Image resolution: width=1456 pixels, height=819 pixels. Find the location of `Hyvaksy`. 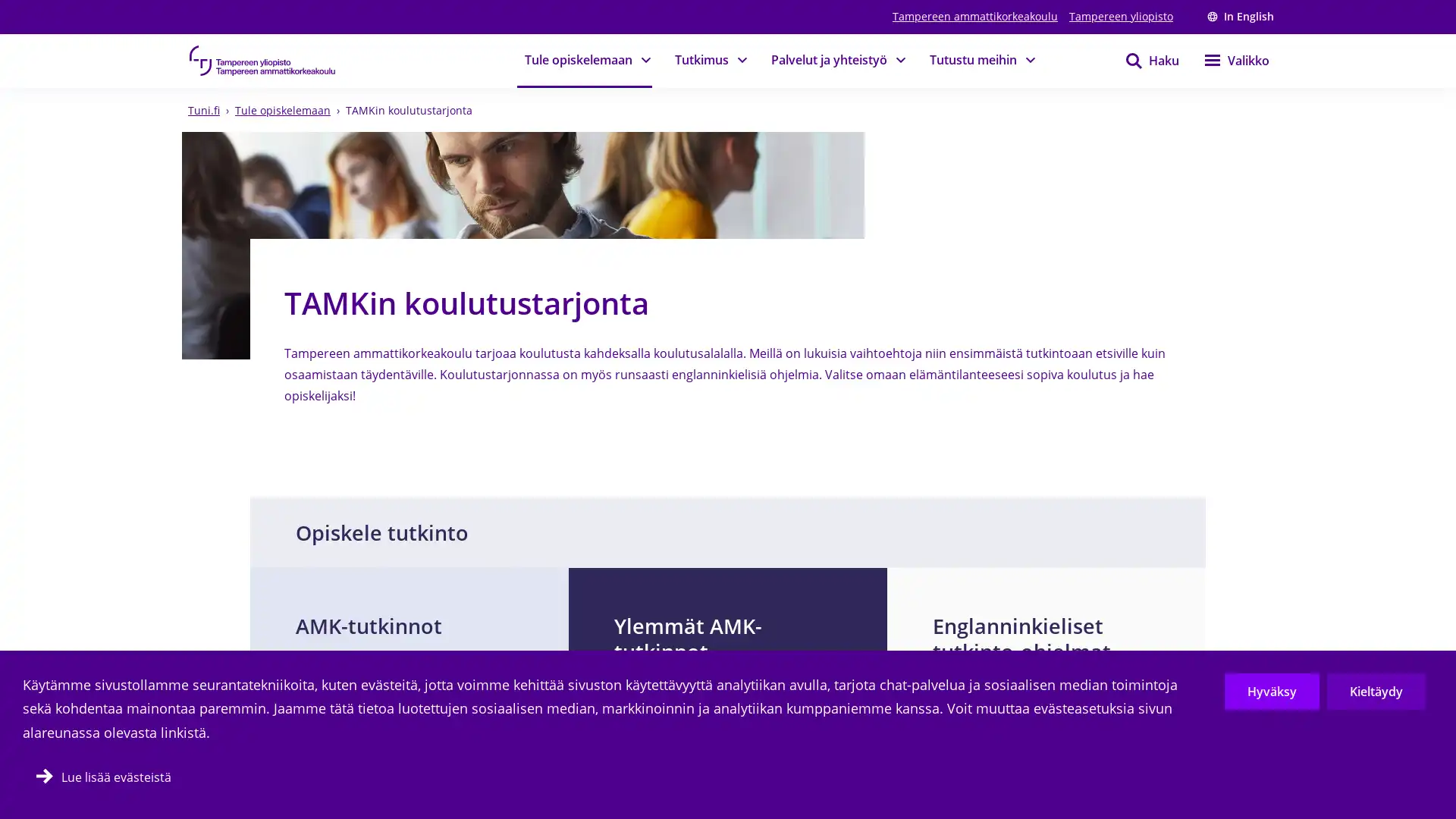

Hyvaksy is located at coordinates (1272, 690).